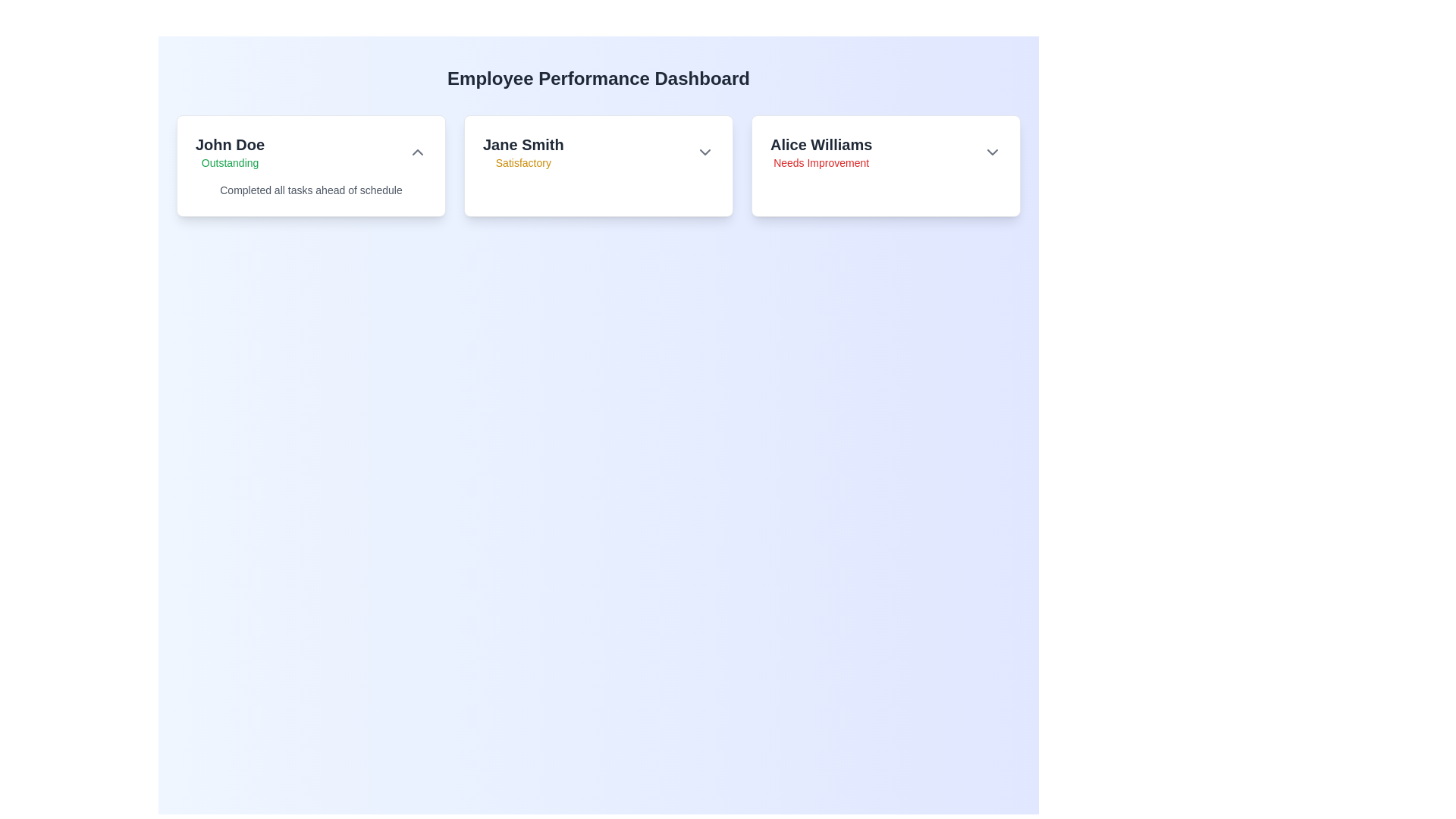  I want to click on the composite text display element for employee 'Jane Smith', which includes a bold heading and a subtitle indicating the status 'Satisfactory', so click(523, 152).